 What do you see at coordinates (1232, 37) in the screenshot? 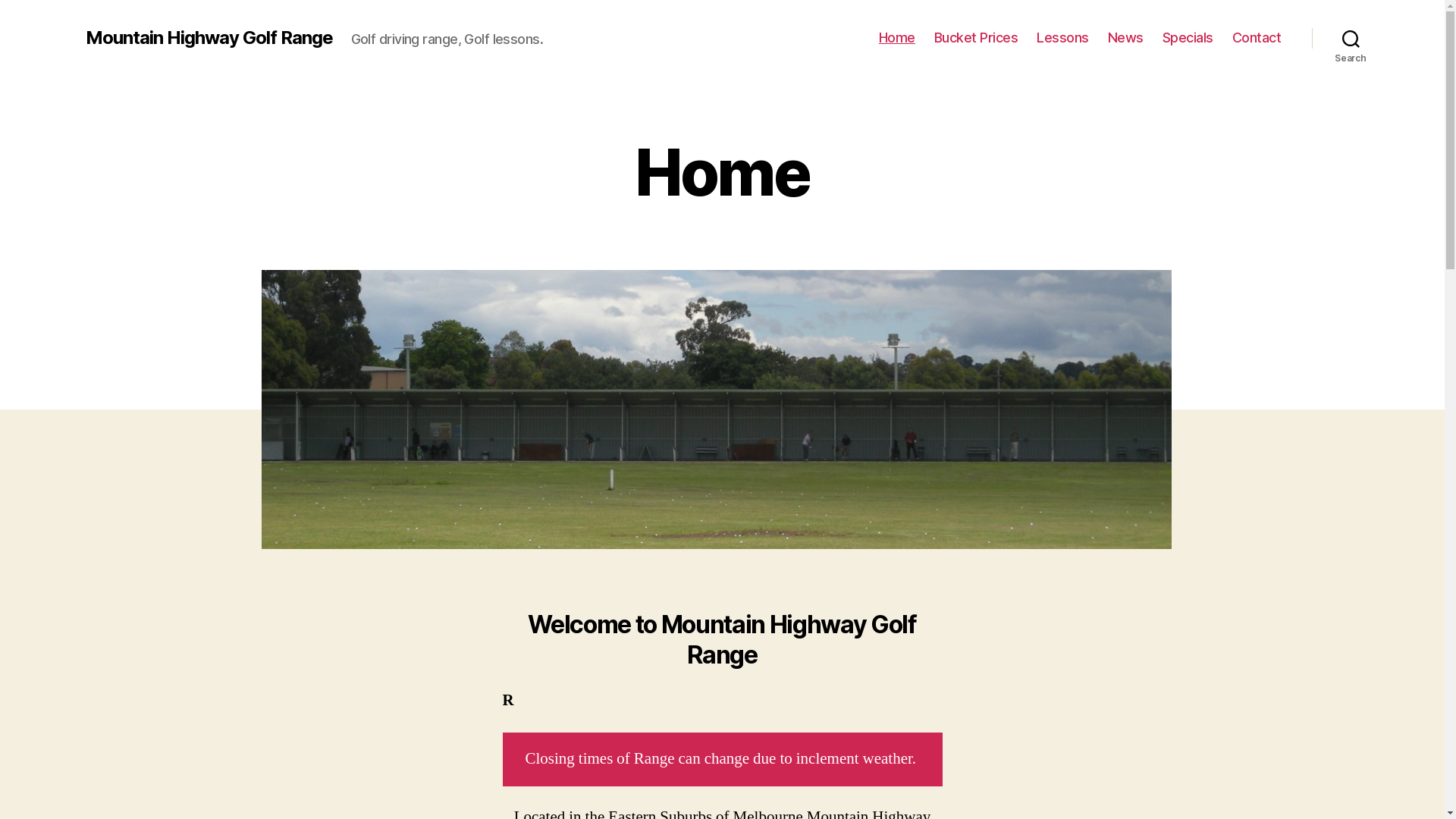
I see `'Contact'` at bounding box center [1232, 37].